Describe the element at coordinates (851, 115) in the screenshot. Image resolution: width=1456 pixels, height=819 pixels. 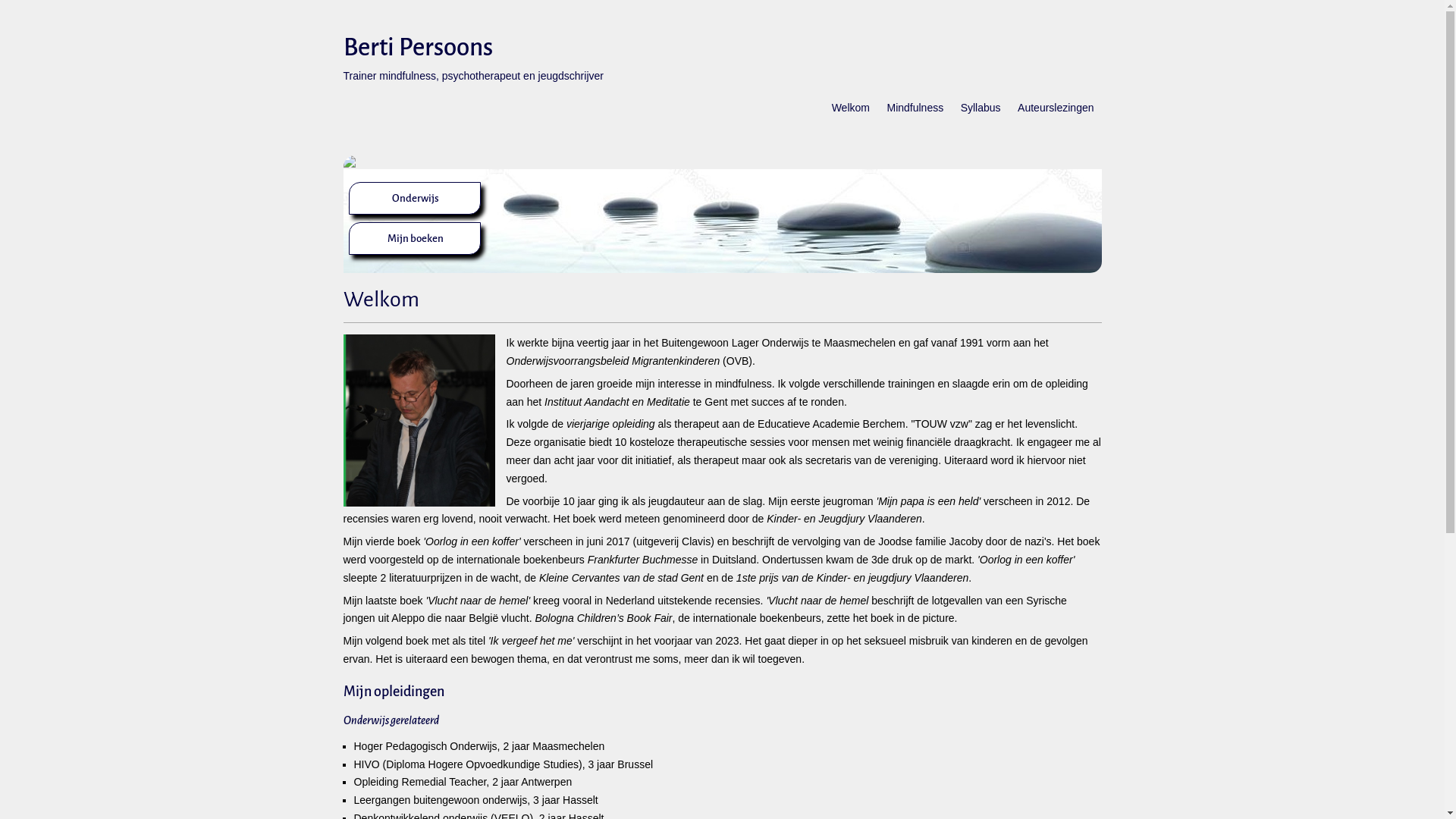
I see `'Welkom'` at that location.